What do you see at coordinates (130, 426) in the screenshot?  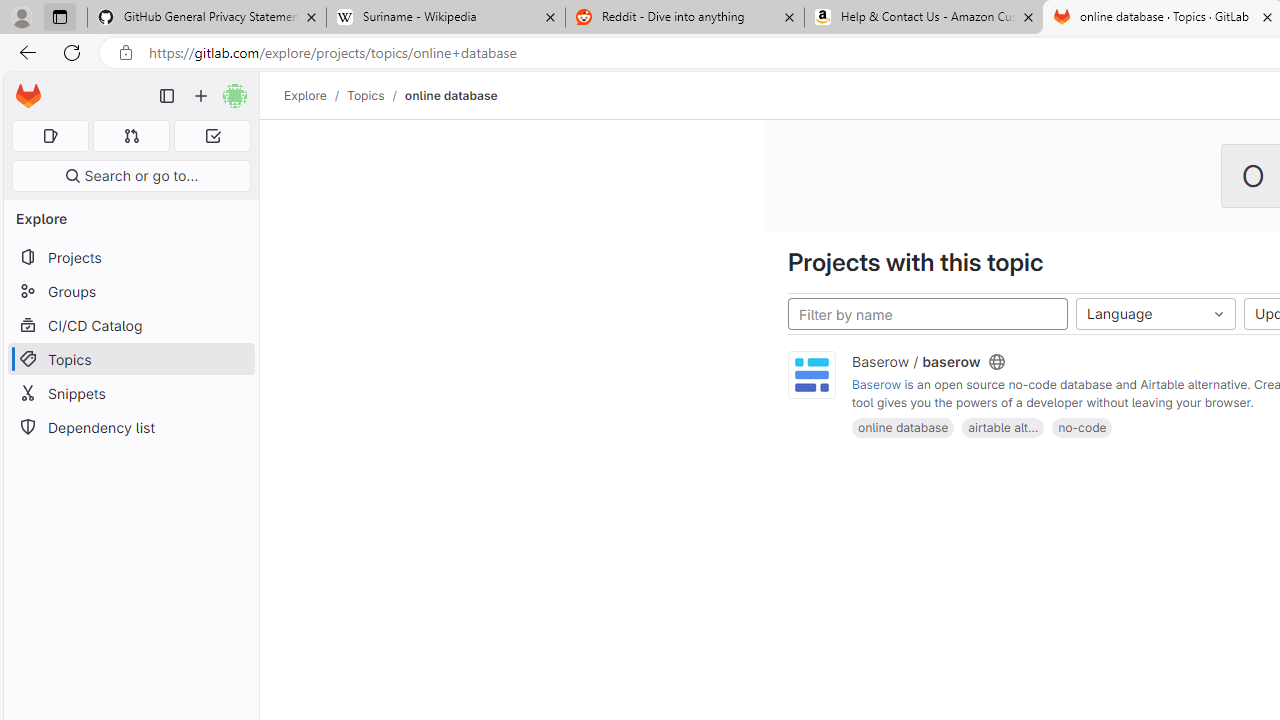 I see `'Dependency list'` at bounding box center [130, 426].